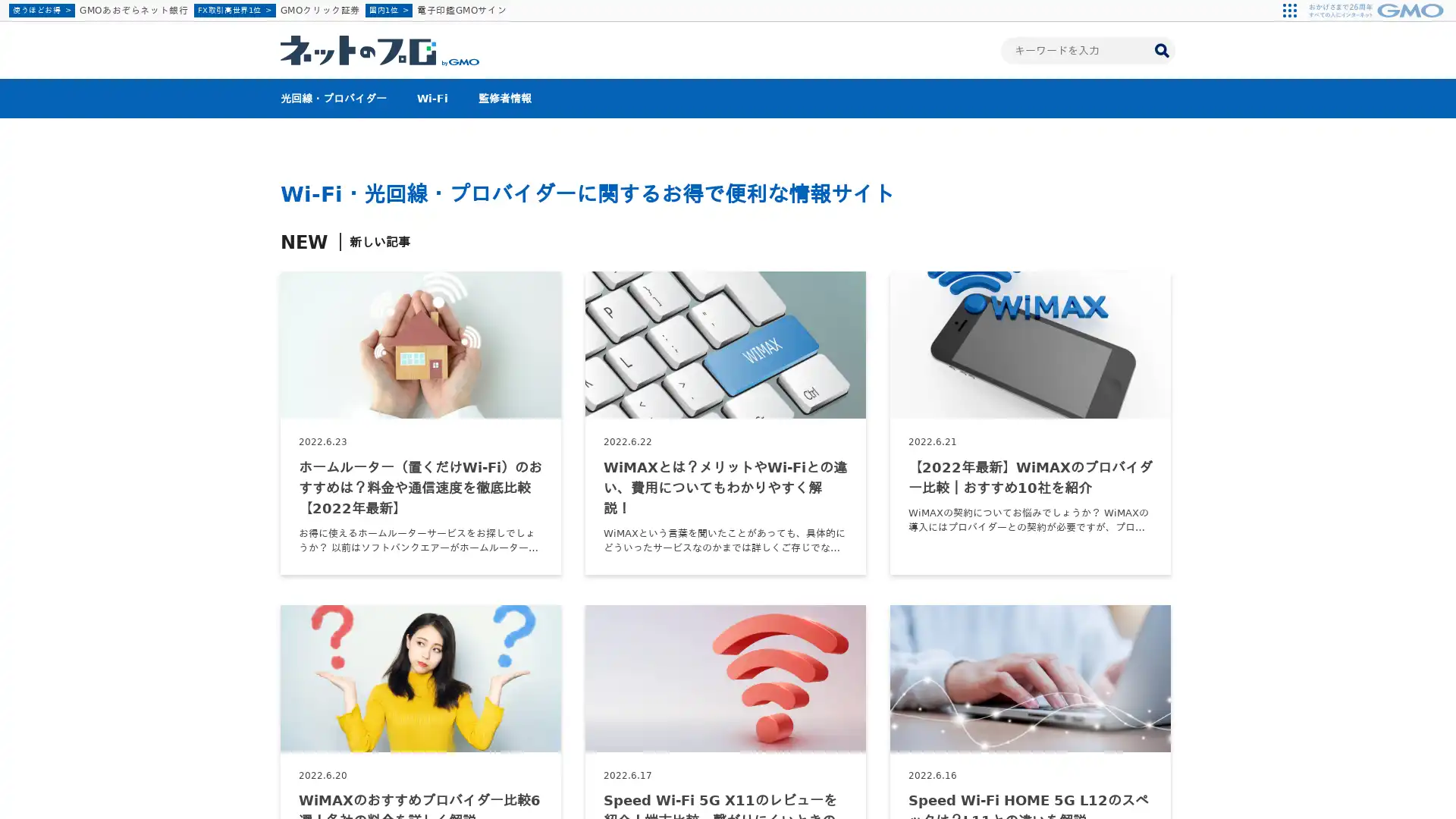  Describe the element at coordinates (1160, 49) in the screenshot. I see `search` at that location.